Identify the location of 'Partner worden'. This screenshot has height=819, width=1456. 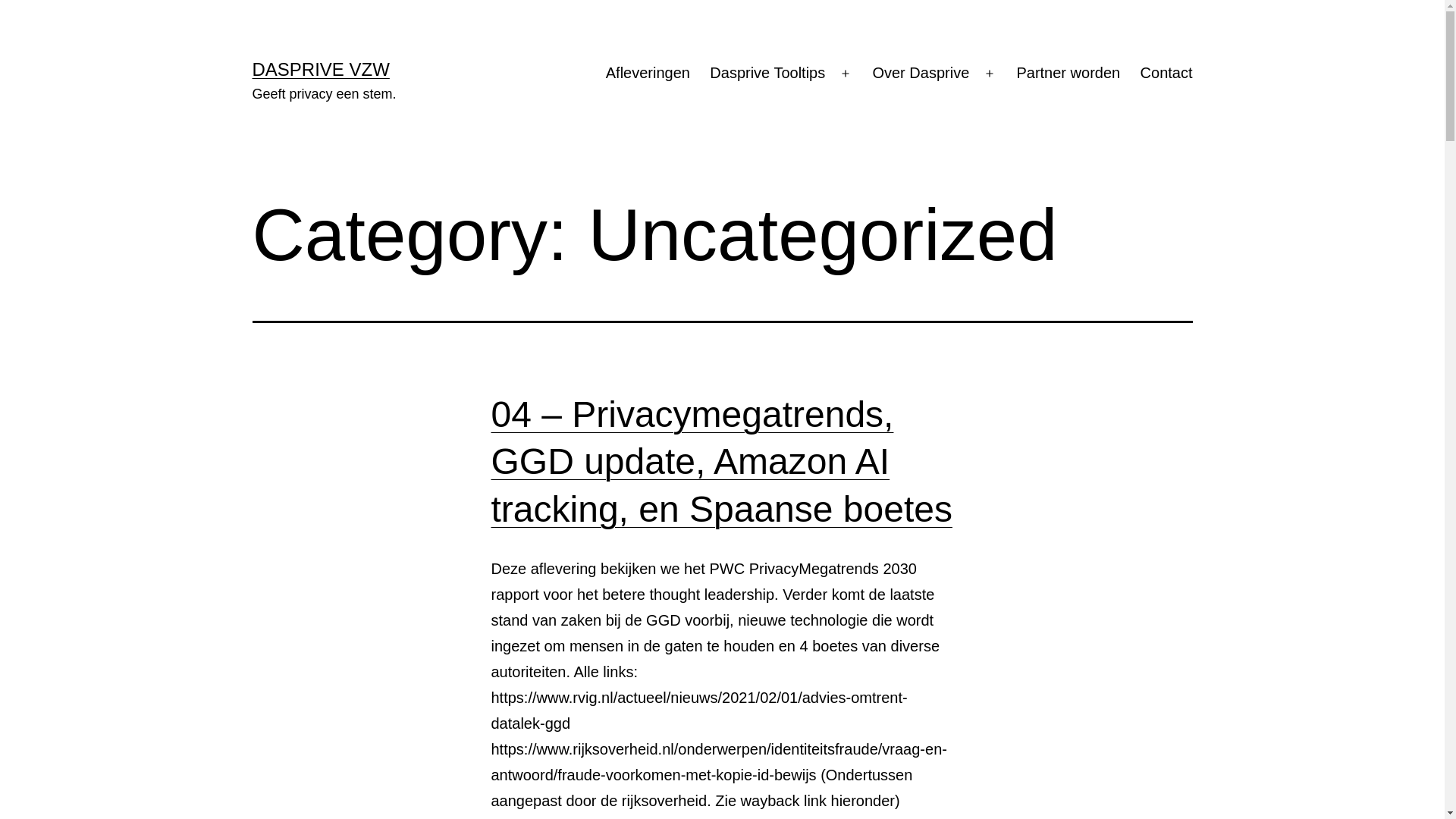
(1067, 73).